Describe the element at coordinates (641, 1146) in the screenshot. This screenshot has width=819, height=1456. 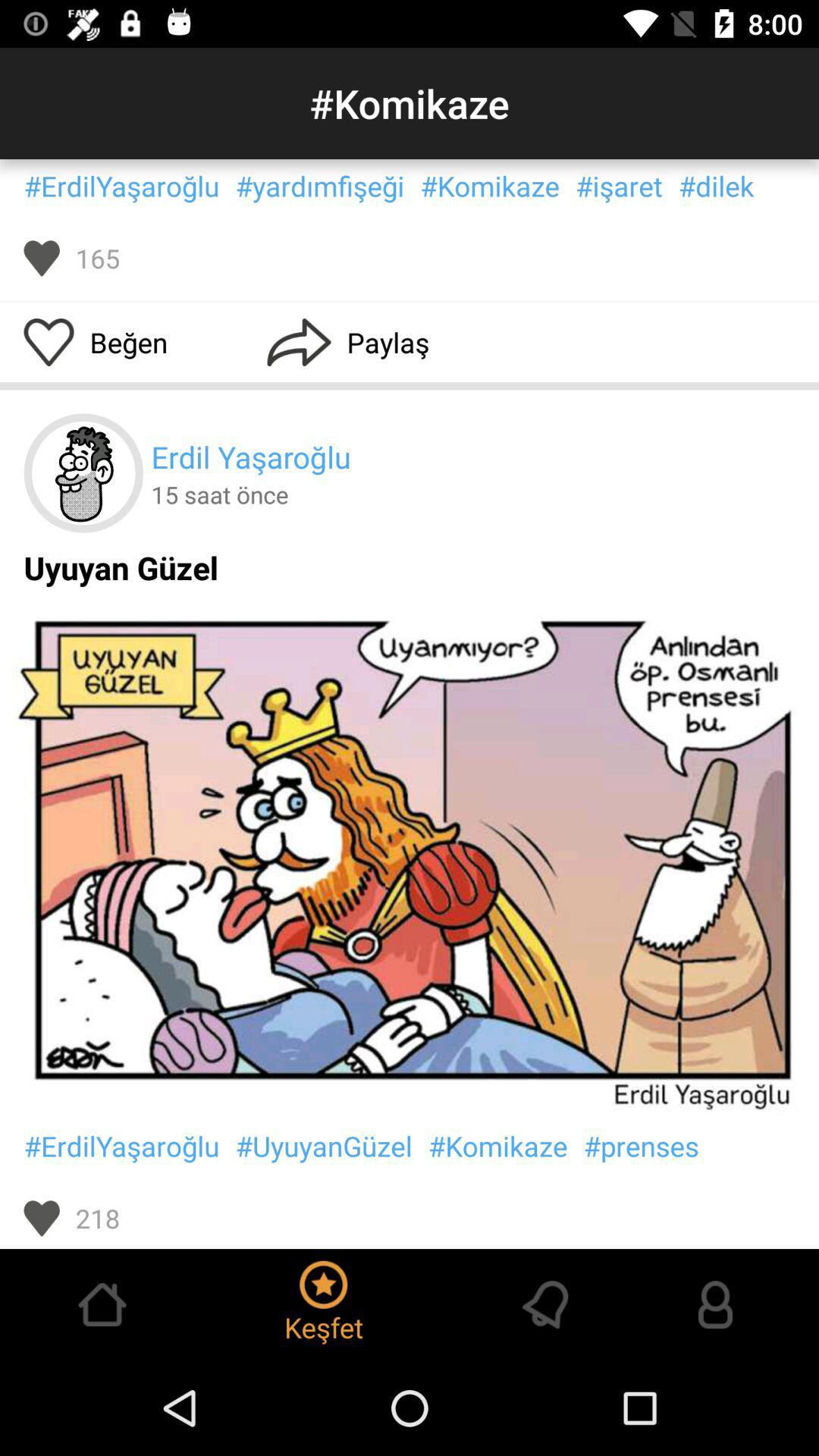
I see `#prenses icon` at that location.